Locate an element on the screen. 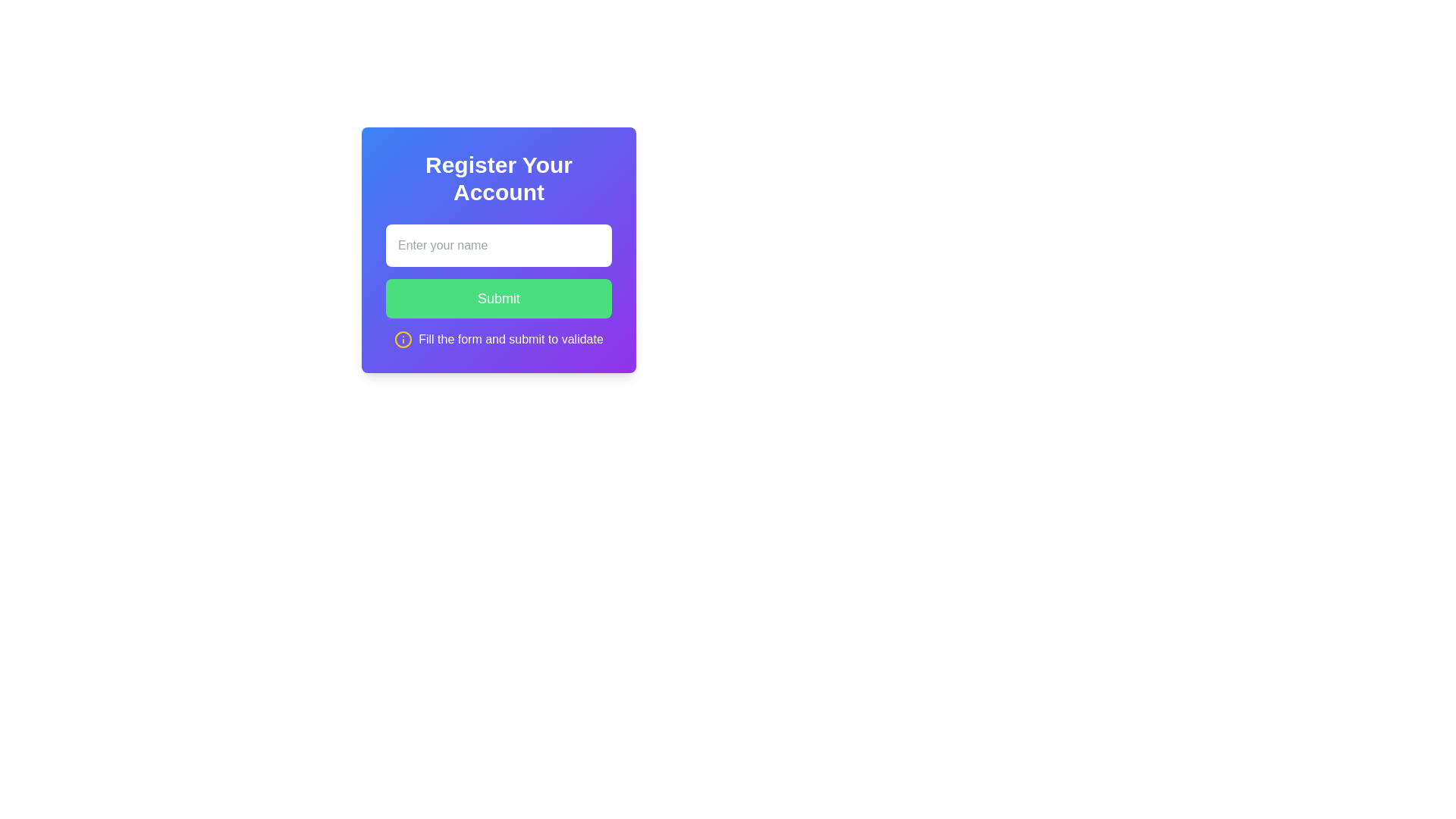  the information icon accompanying the text 'Fill the form and submit to validate', which is located at the bottom of the registration form is located at coordinates (498, 338).